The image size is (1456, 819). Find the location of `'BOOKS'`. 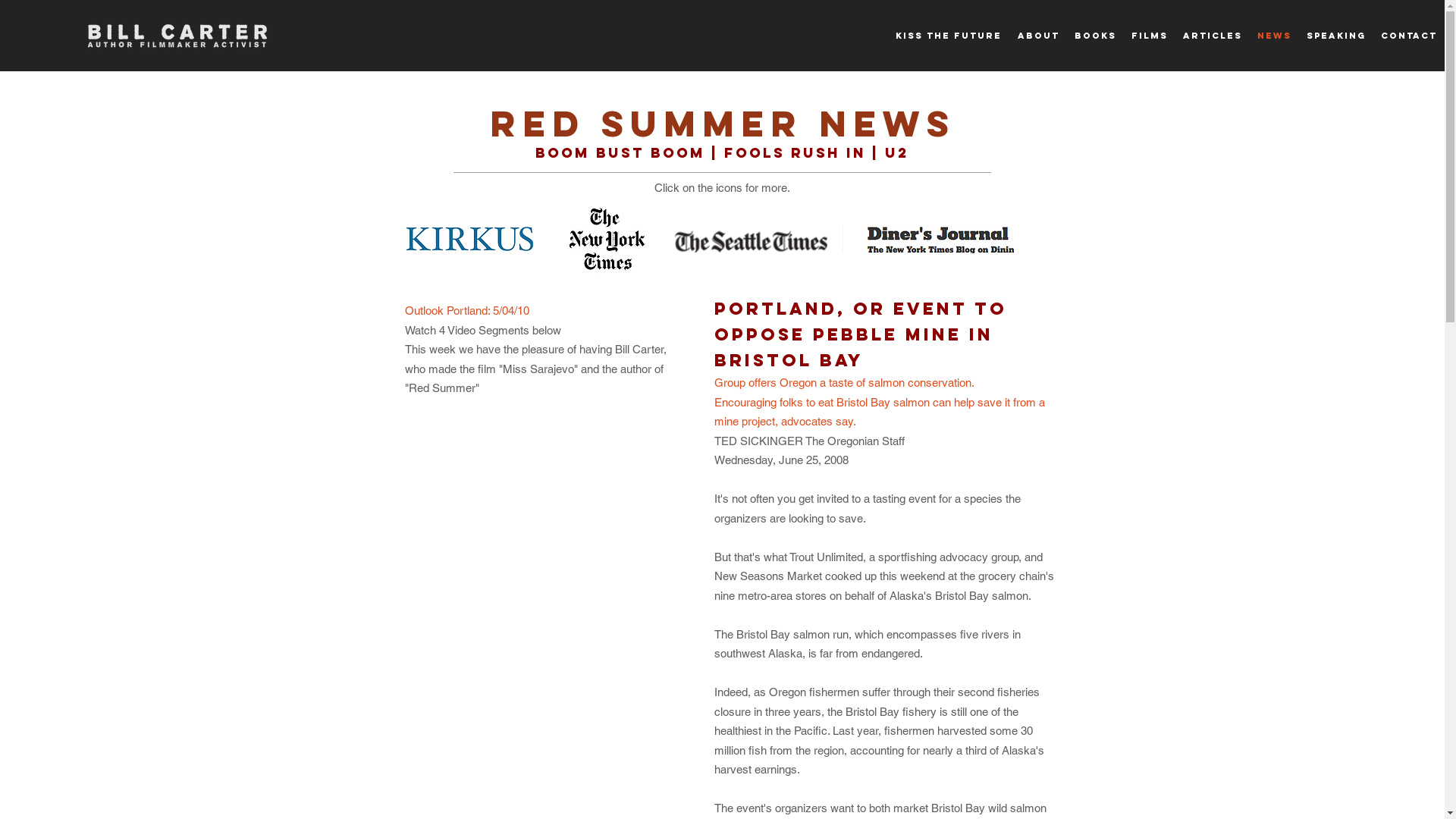

'BOOKS' is located at coordinates (1065, 34).